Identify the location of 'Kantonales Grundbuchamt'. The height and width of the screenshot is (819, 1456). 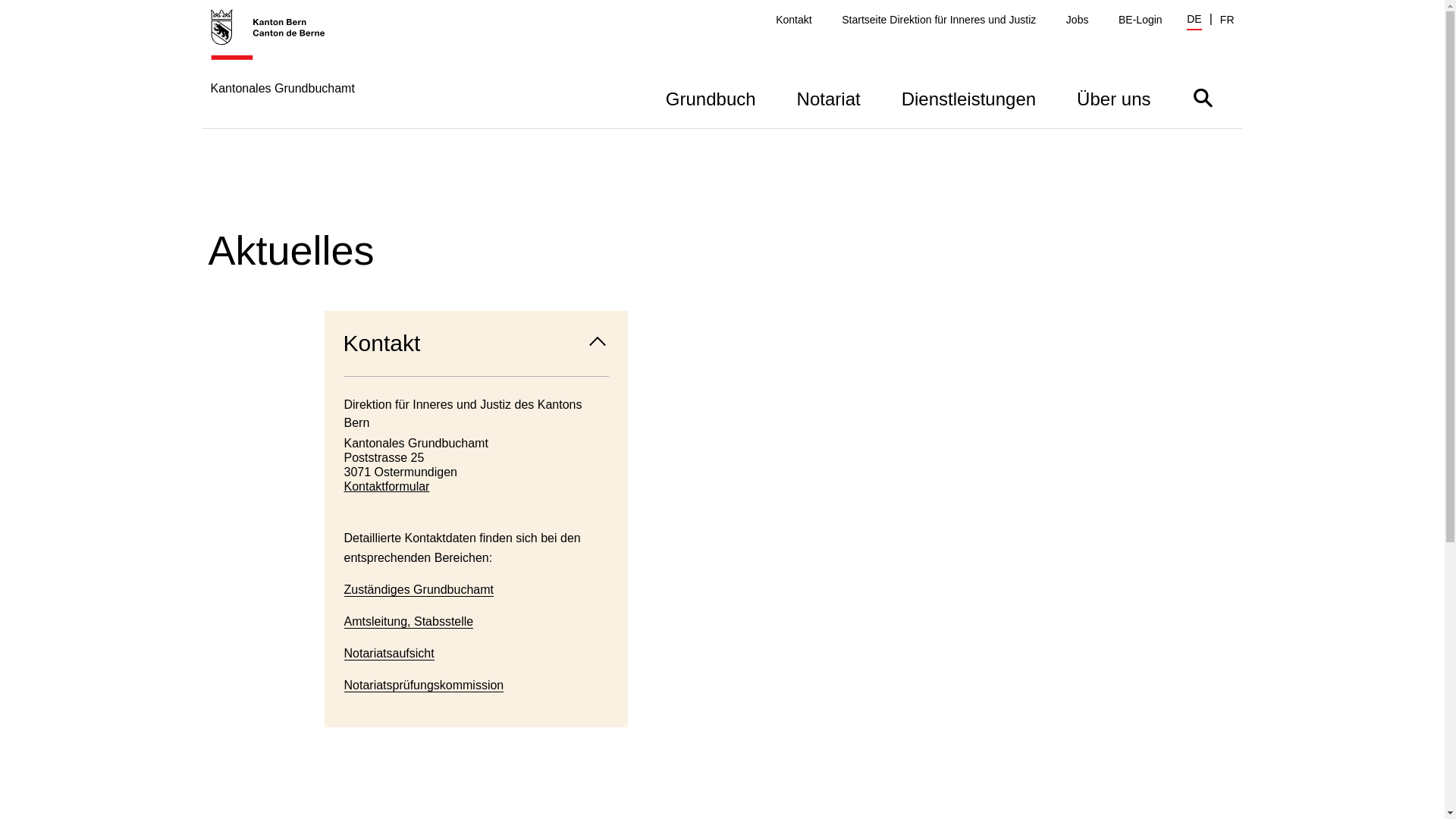
(283, 67).